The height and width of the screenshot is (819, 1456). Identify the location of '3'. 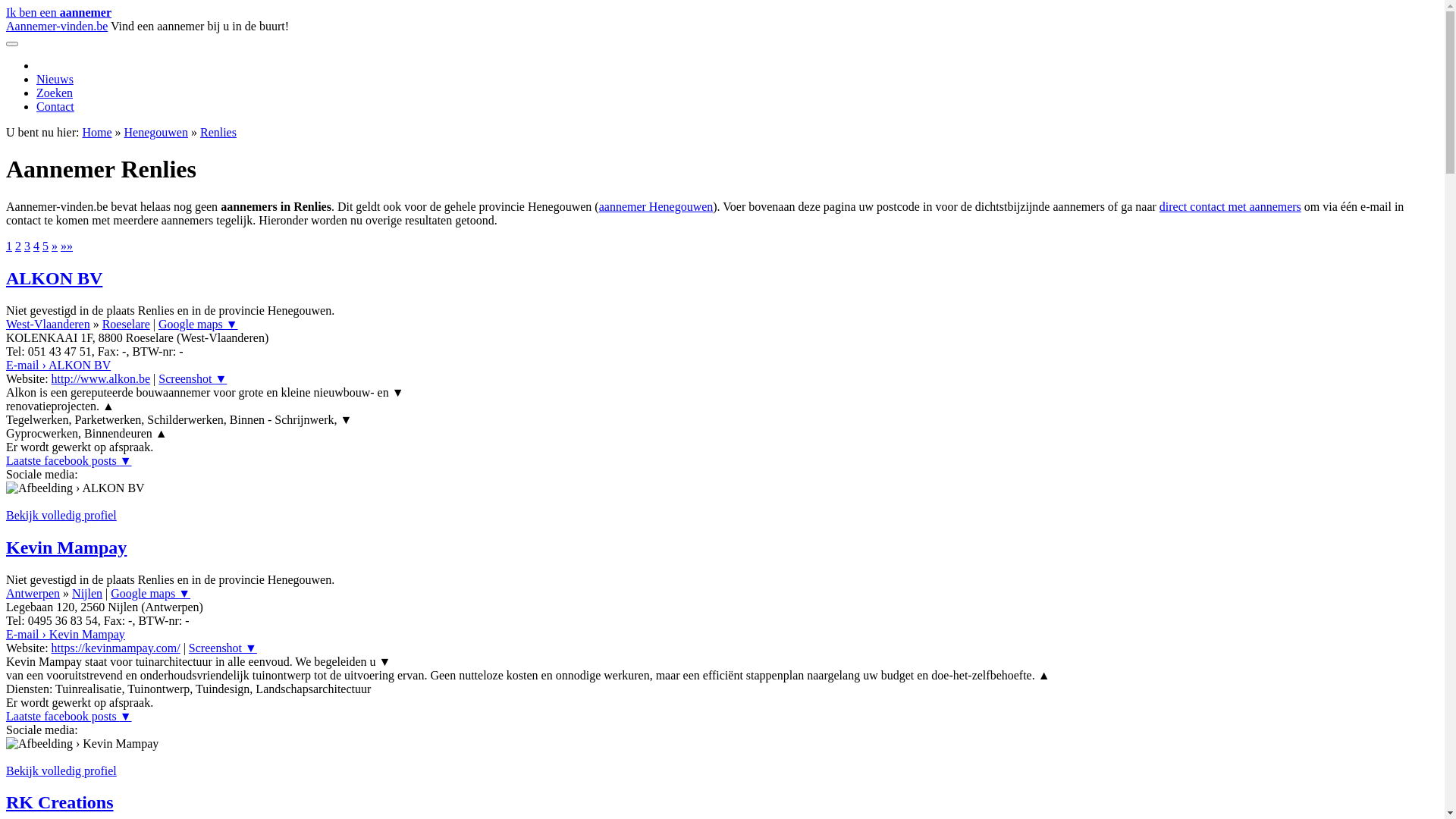
(27, 245).